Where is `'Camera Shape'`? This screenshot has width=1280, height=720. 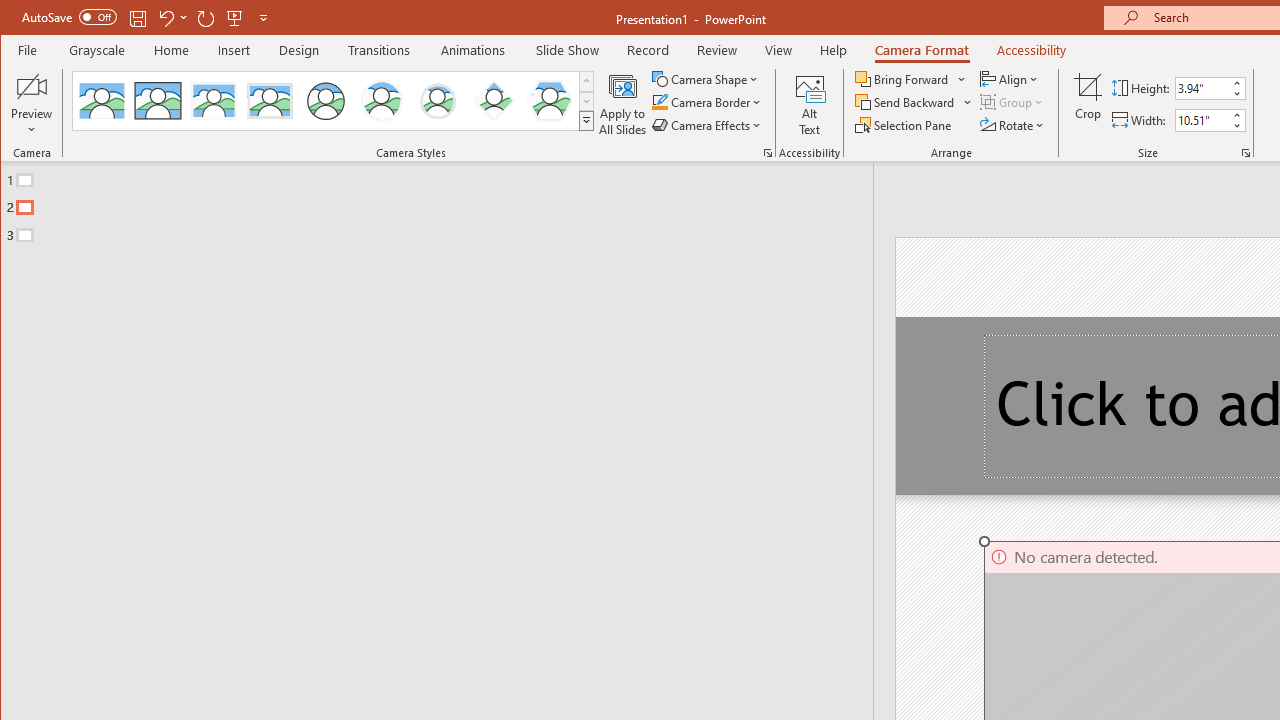 'Camera Shape' is located at coordinates (707, 78).